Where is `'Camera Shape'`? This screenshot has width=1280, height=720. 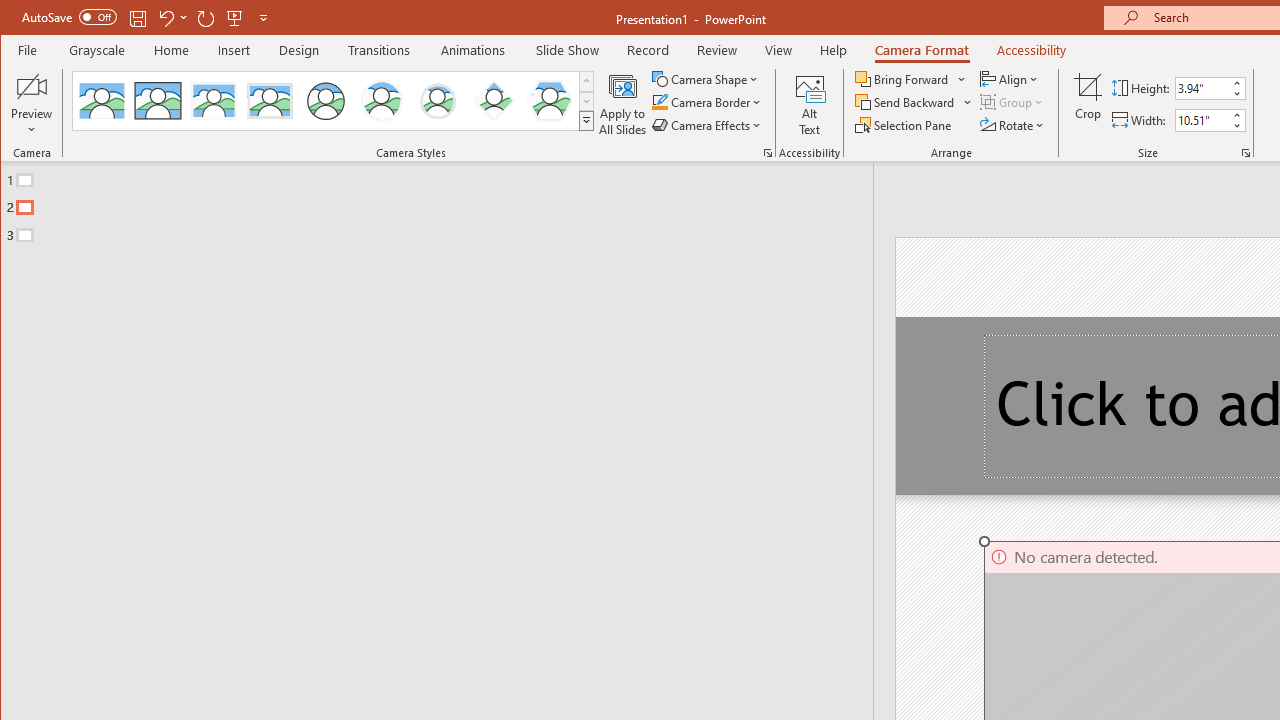 'Camera Shape' is located at coordinates (707, 78).